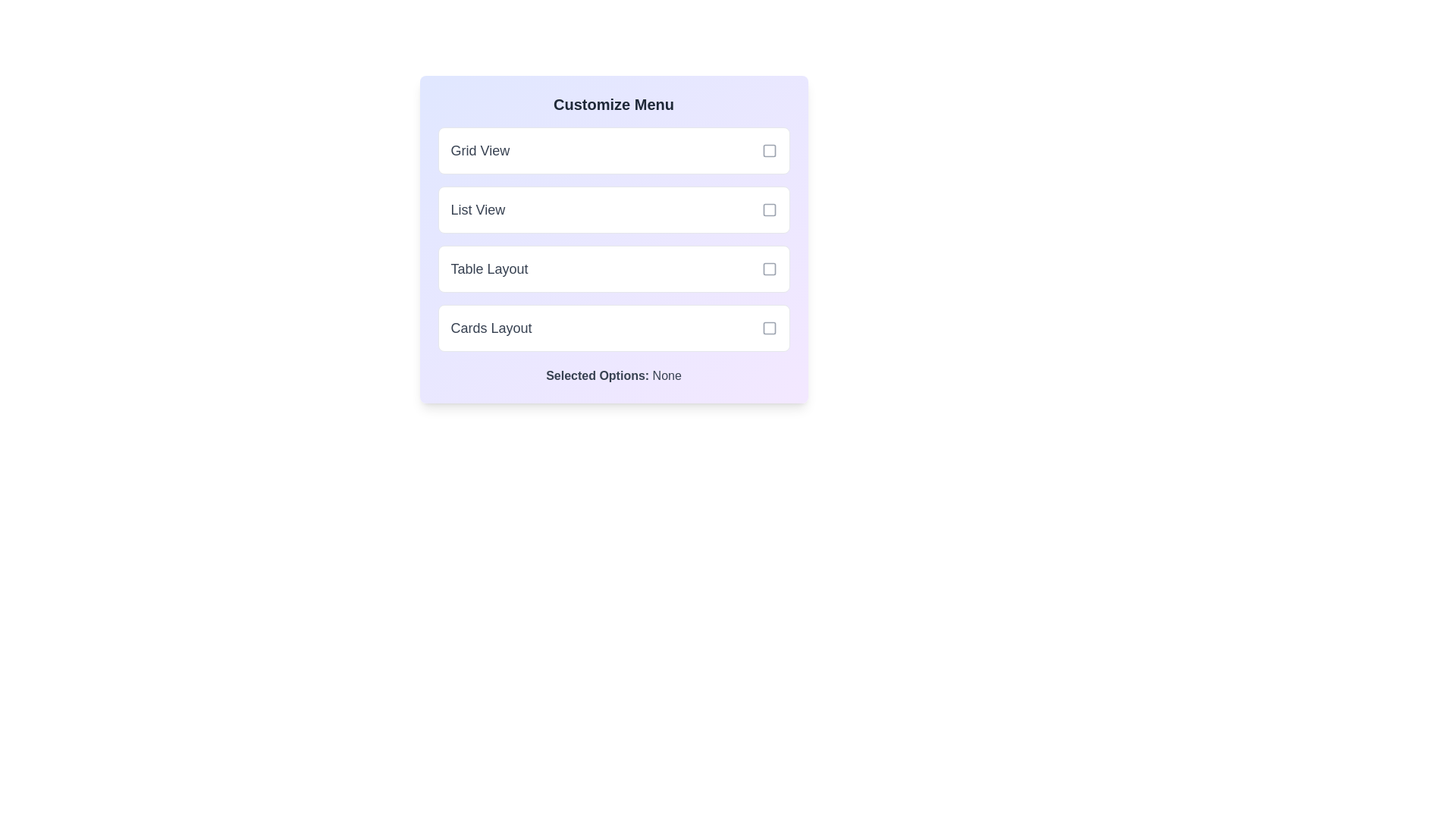 The image size is (1456, 819). Describe the element at coordinates (613, 268) in the screenshot. I see `the checkbox labeled 'Table Layout'` at that location.